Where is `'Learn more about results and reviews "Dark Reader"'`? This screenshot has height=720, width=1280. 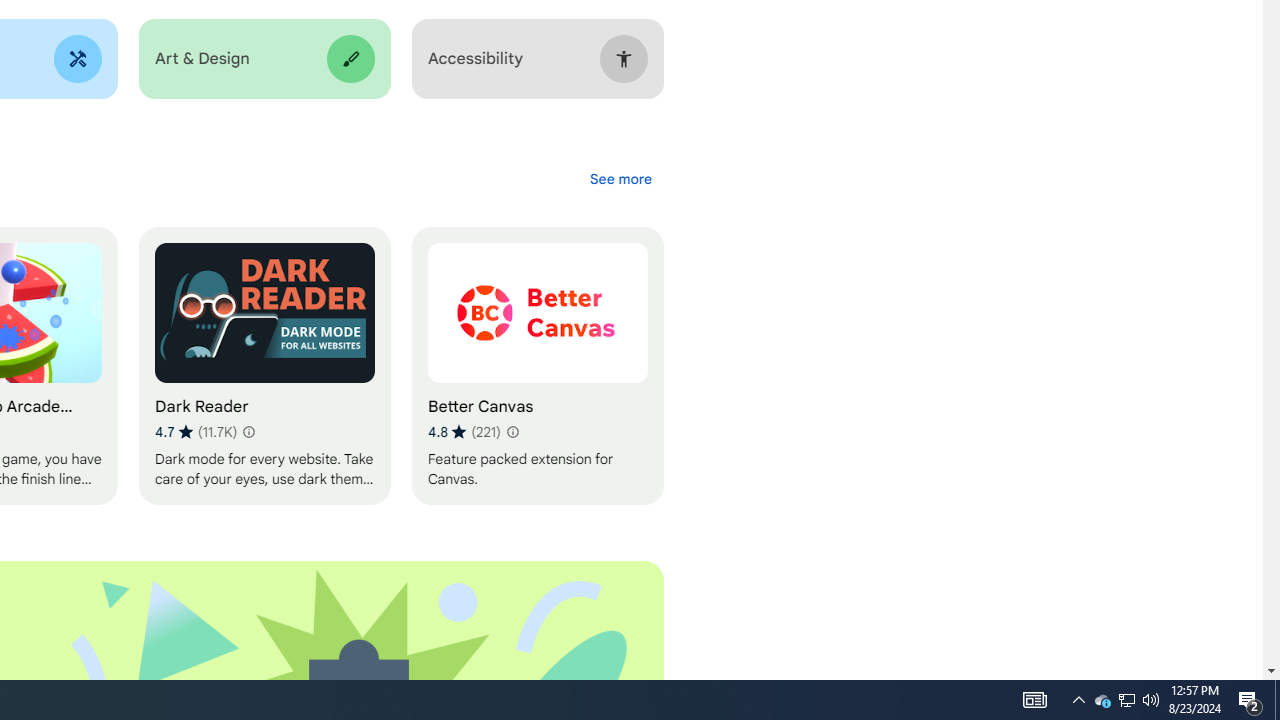
'Learn more about results and reviews "Dark Reader"' is located at coordinates (246, 431).